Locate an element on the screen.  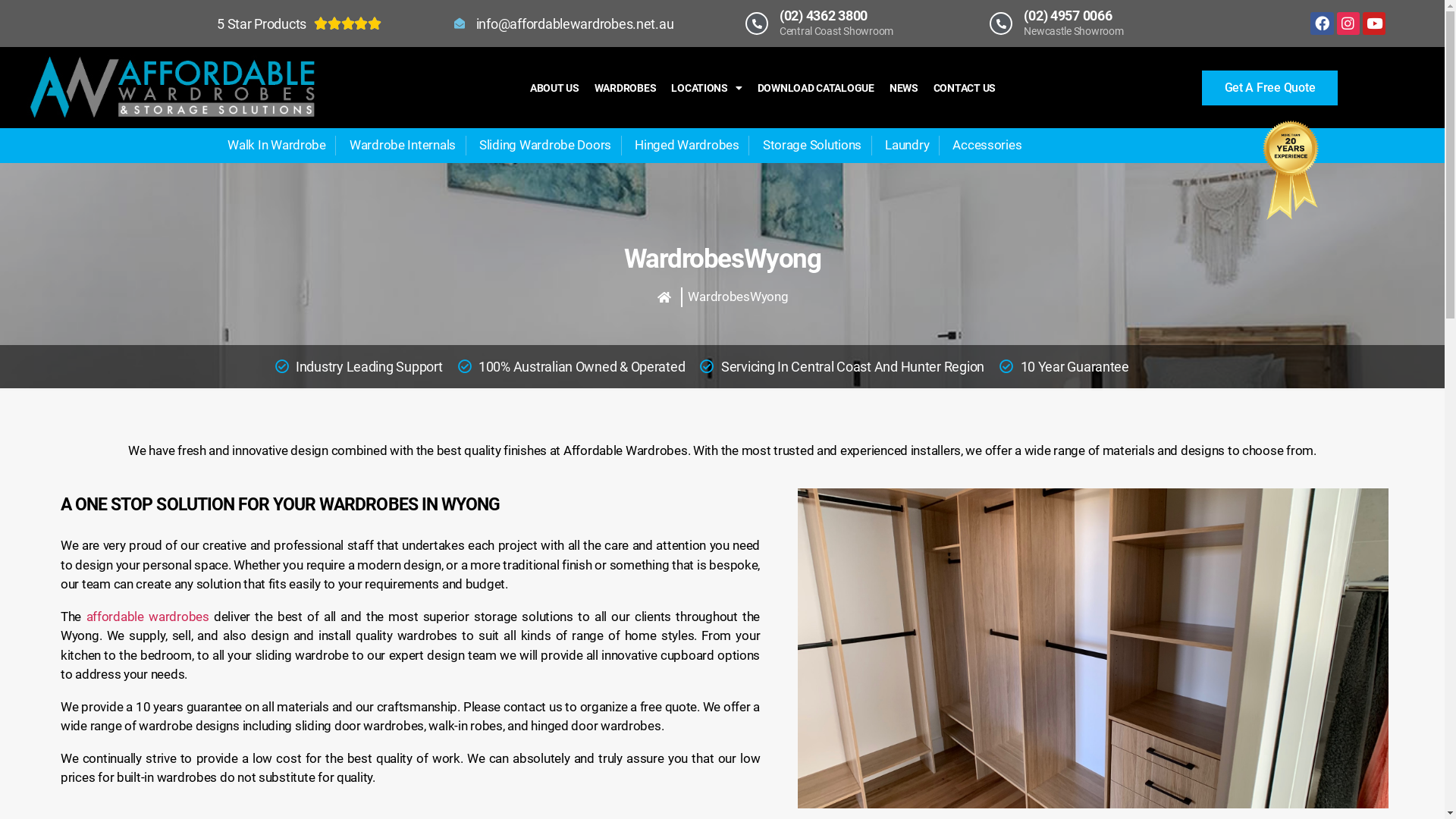
'Storage Solutions' is located at coordinates (759, 146).